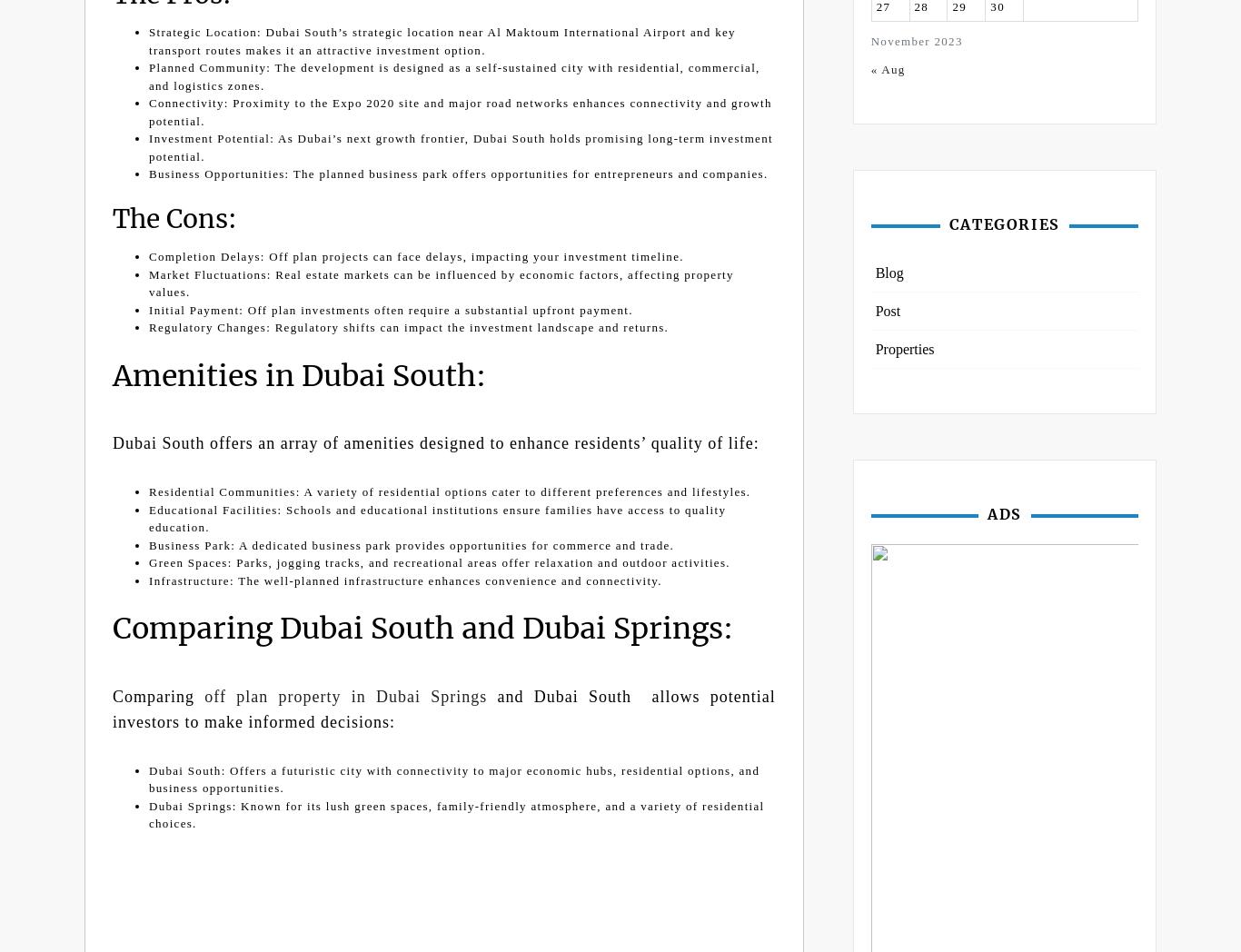 This screenshot has height=952, width=1241. What do you see at coordinates (299, 375) in the screenshot?
I see `'Amenities in Dubai South:'` at bounding box center [299, 375].